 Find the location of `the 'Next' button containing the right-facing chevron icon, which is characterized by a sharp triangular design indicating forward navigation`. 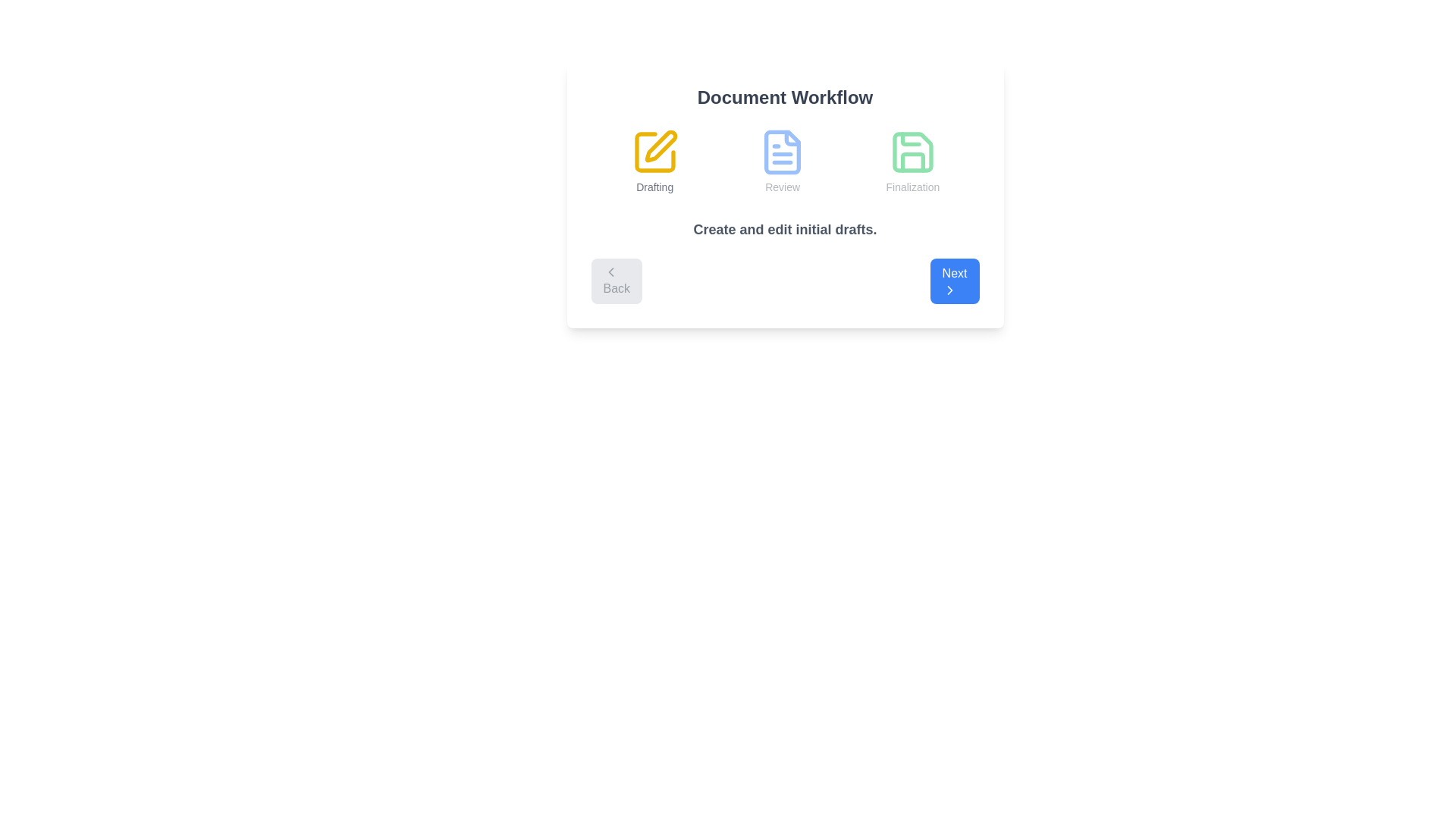

the 'Next' button containing the right-facing chevron icon, which is characterized by a sharp triangular design indicating forward navigation is located at coordinates (949, 290).